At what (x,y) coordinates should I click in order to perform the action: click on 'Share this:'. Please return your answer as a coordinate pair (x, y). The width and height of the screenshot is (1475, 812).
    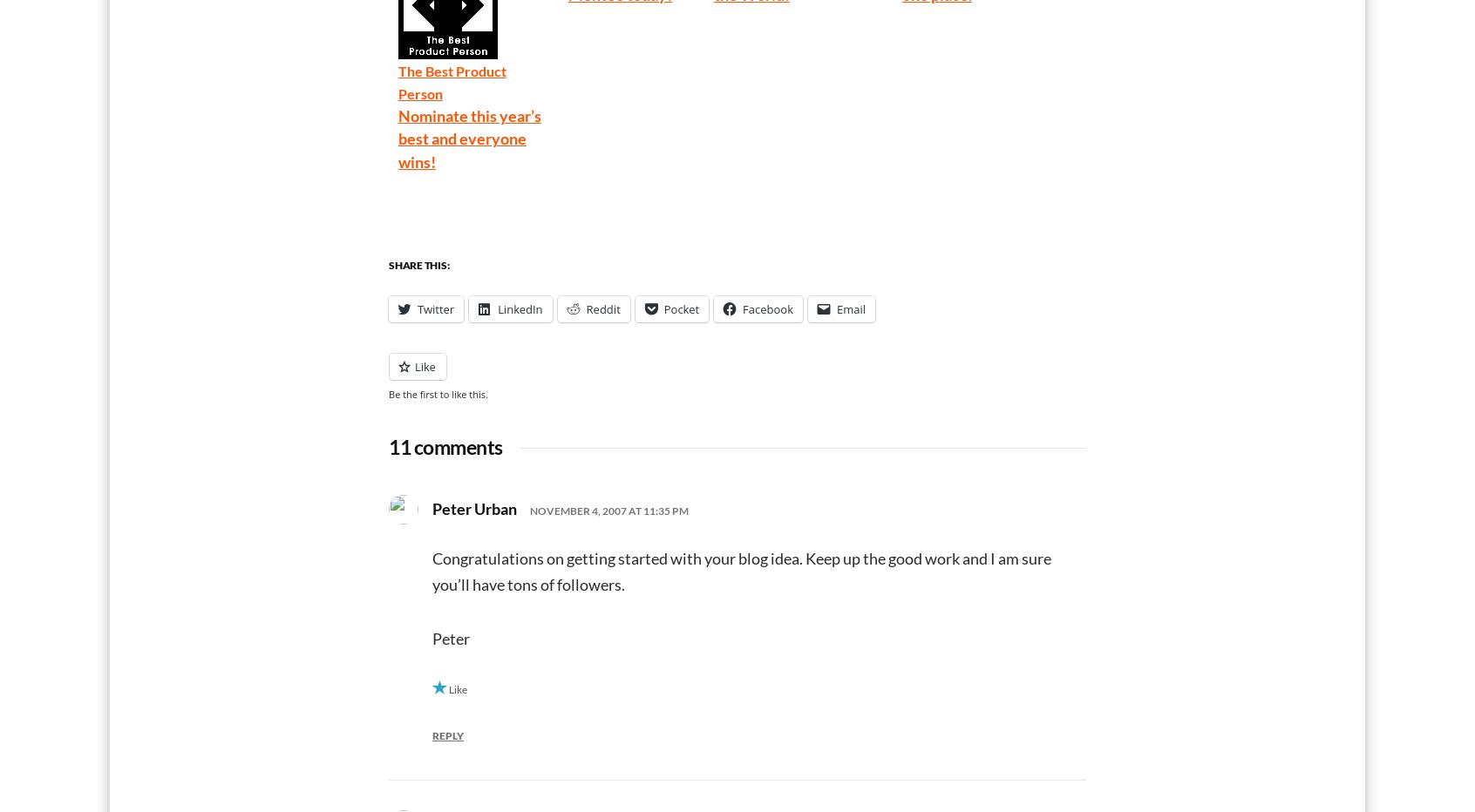
    Looking at the image, I should click on (418, 265).